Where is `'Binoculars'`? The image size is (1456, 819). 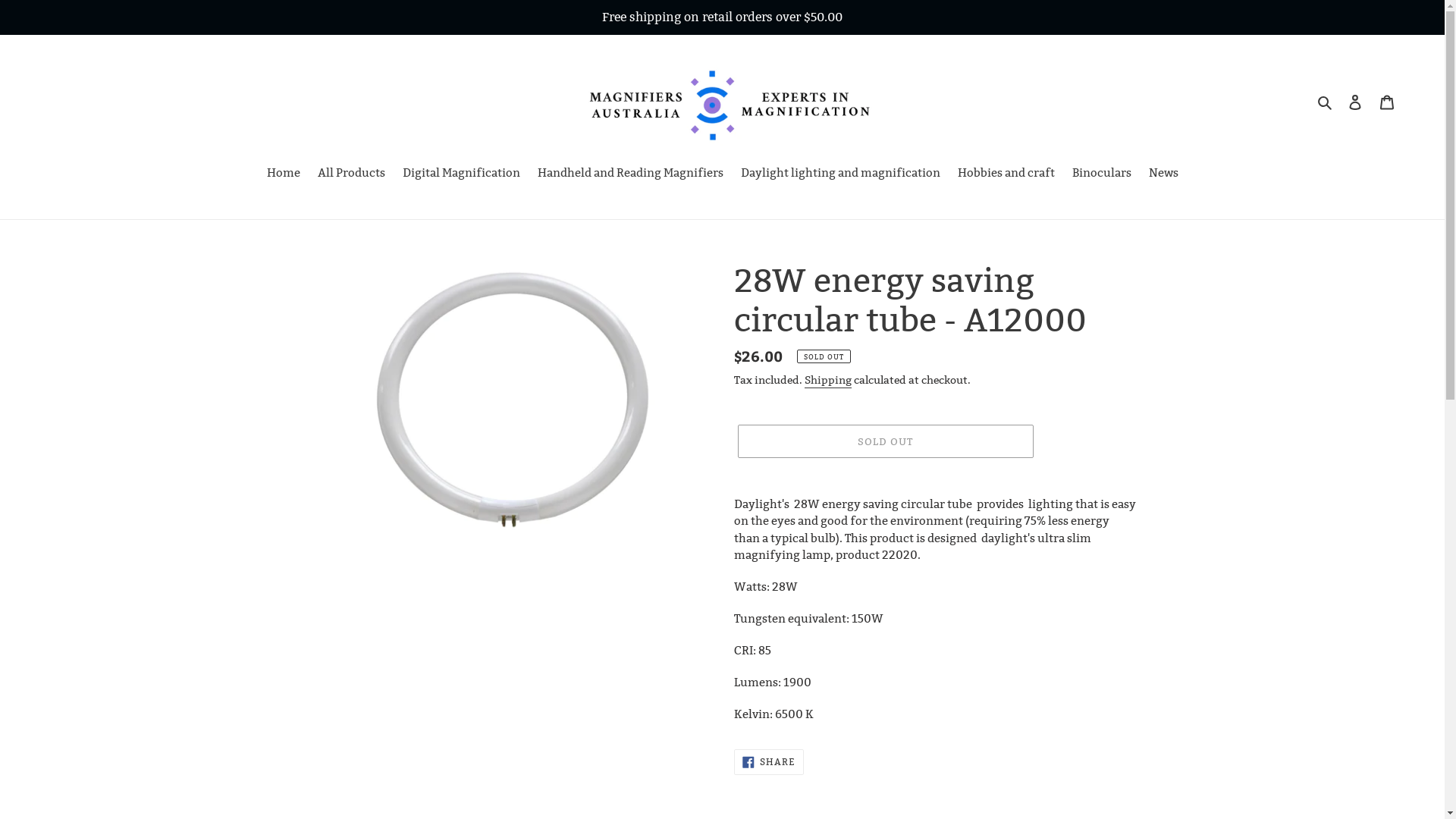
'Binoculars' is located at coordinates (1102, 174).